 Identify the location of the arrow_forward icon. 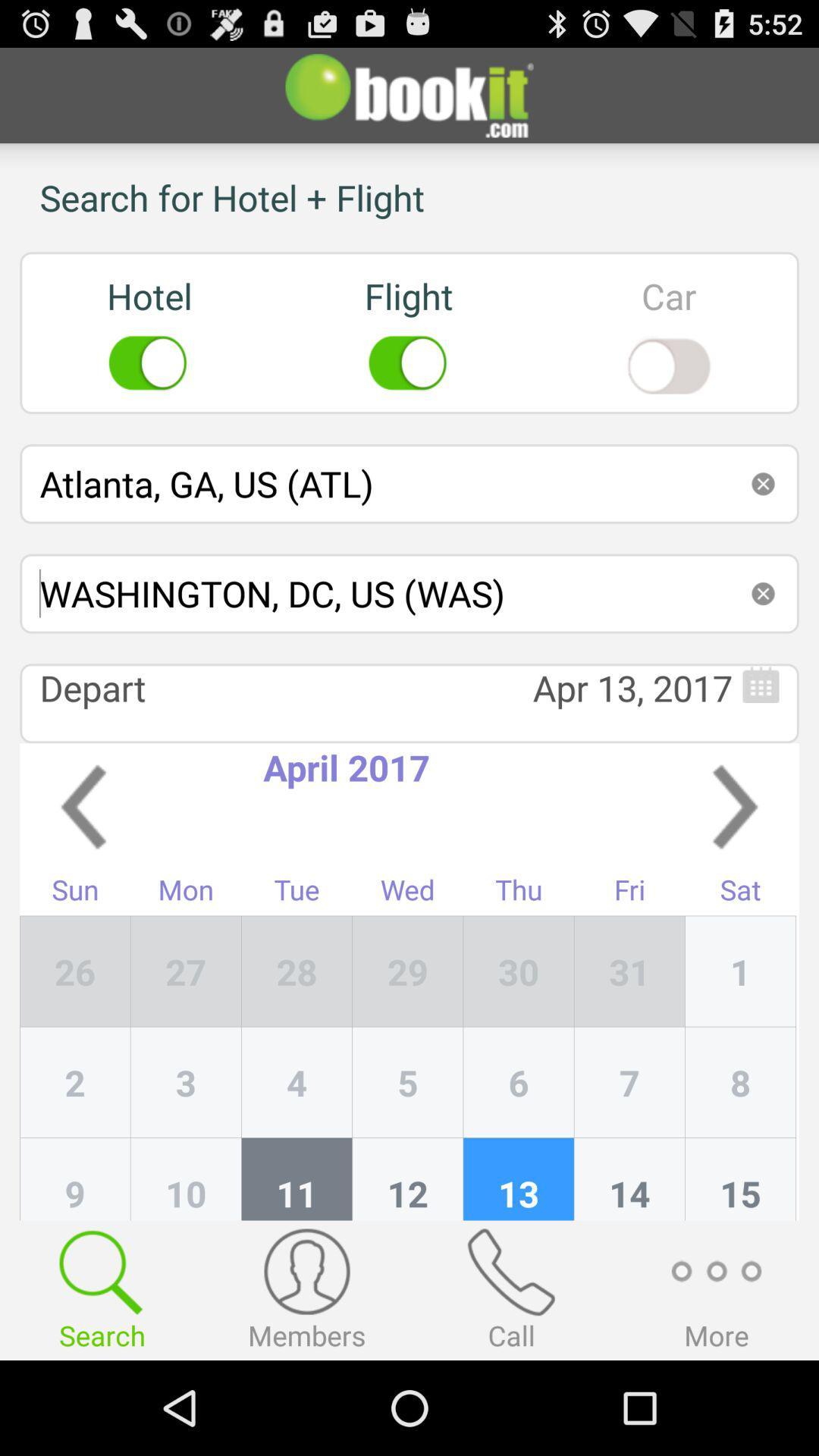
(734, 863).